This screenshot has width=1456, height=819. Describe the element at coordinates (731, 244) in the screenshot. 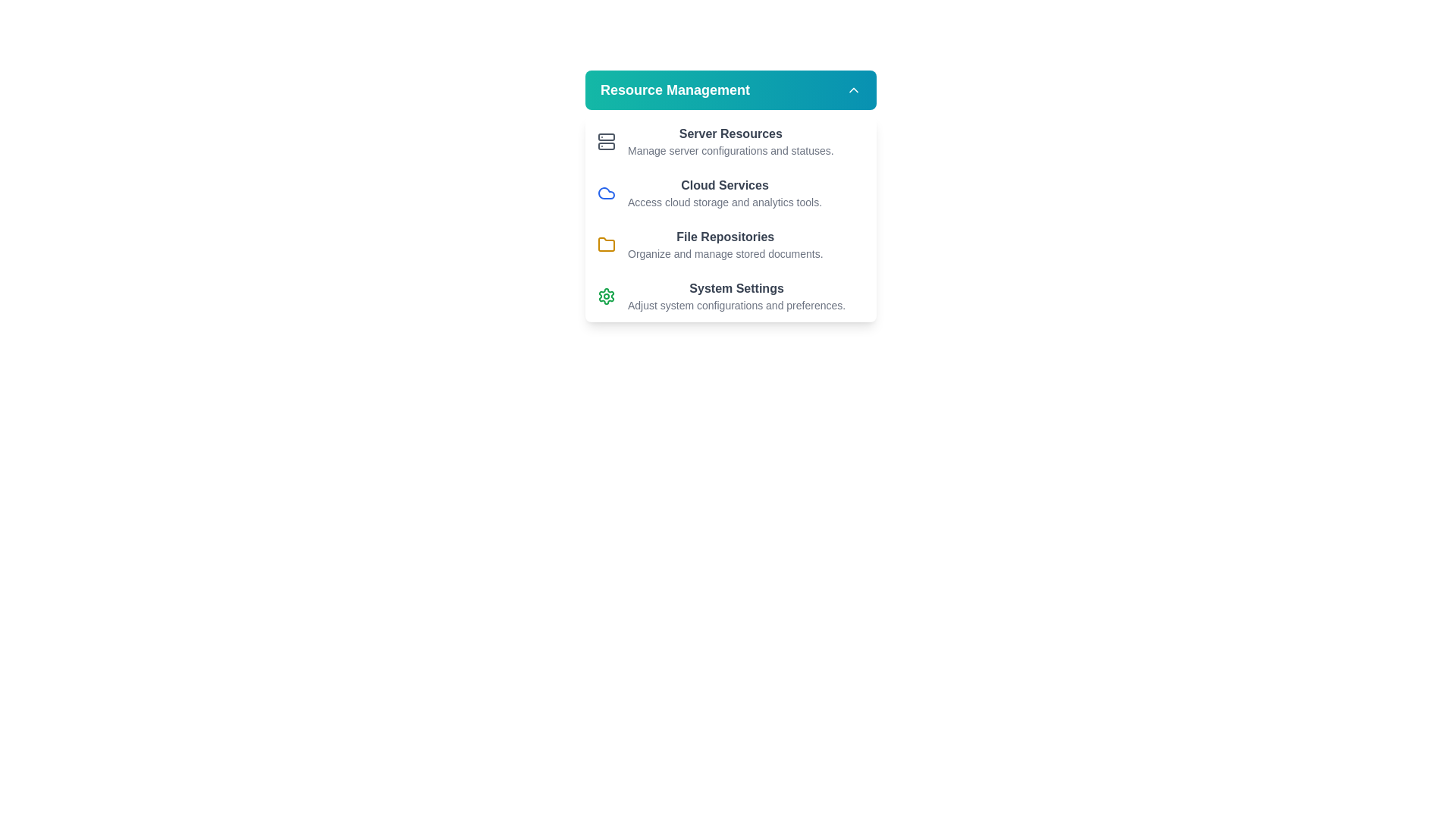

I see `the third item in the vertical list under 'Resource Management' labeled 'File Repositories', which features a yellow folder icon and descriptive text` at that location.